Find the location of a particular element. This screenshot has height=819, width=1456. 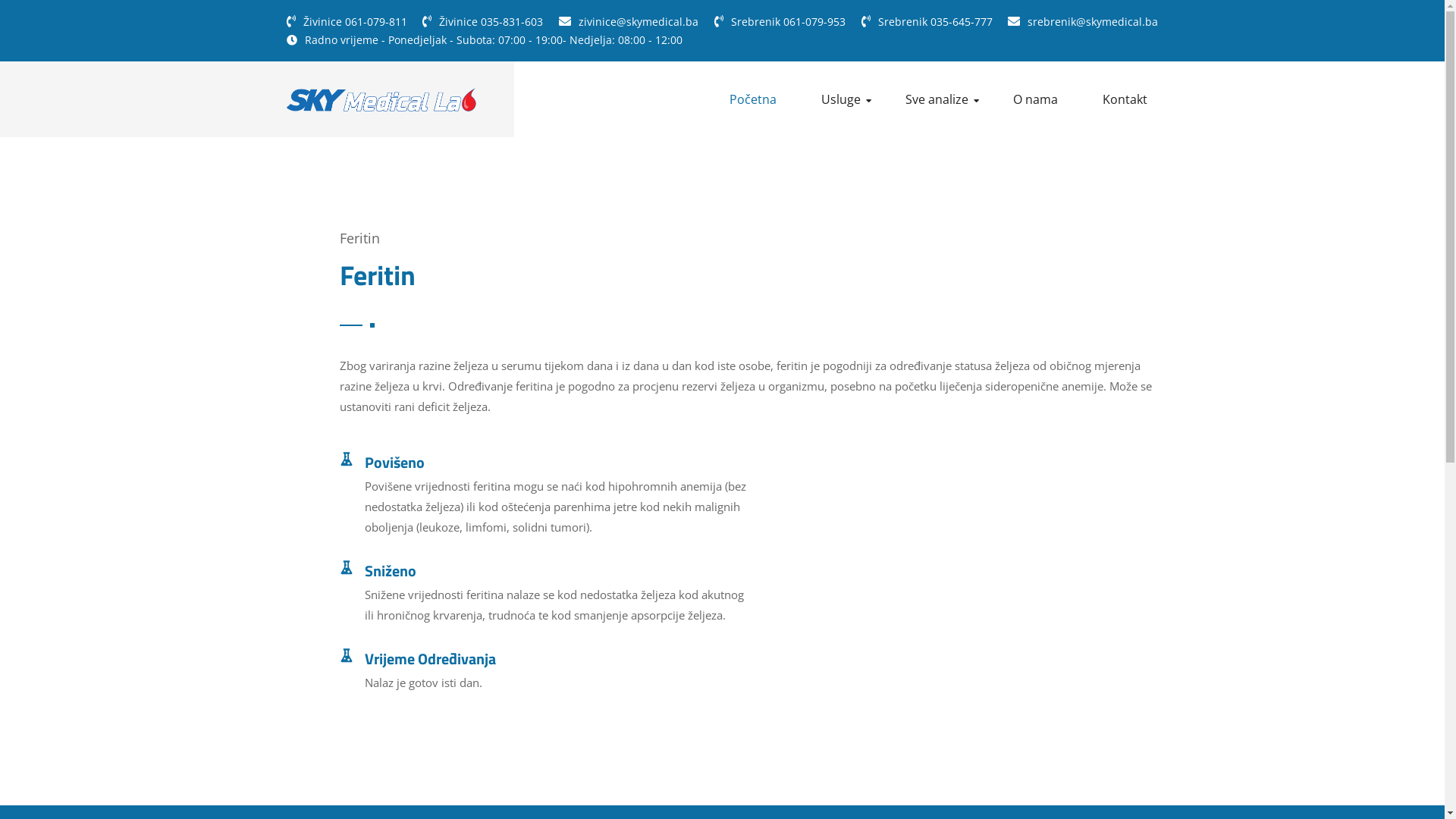

'Usluge' is located at coordinates (845, 99).